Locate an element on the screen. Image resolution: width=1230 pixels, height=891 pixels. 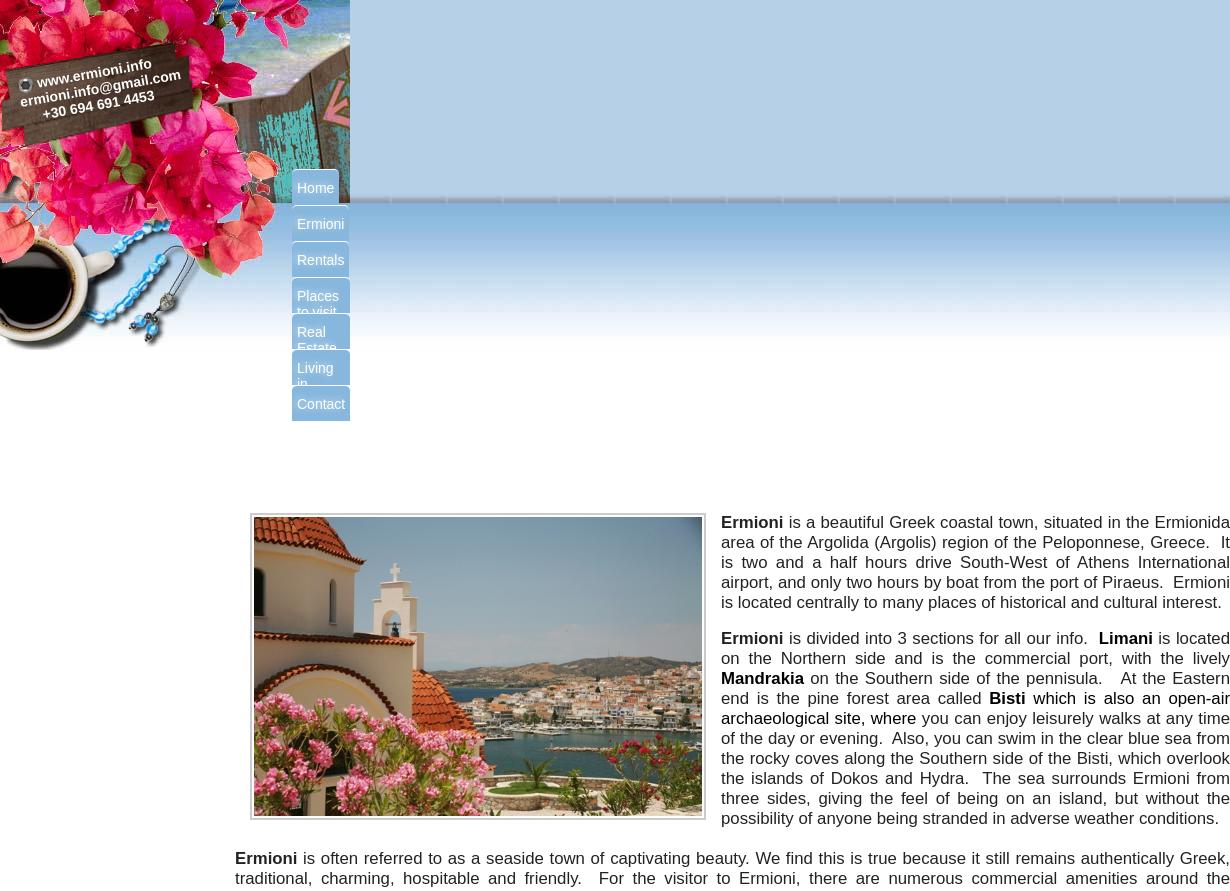
'which is also an open-air archaeological site, where' is located at coordinates (974, 707).